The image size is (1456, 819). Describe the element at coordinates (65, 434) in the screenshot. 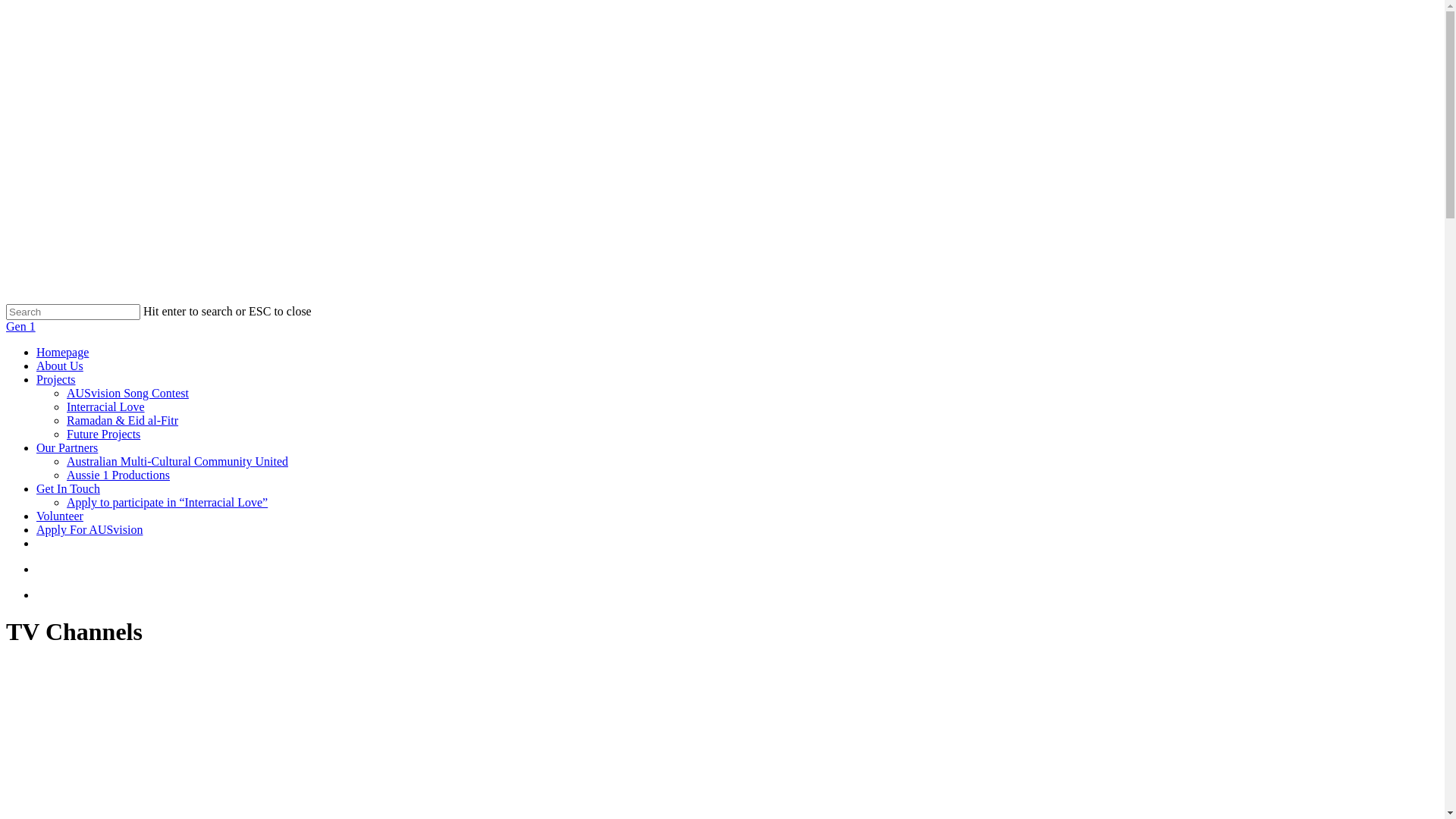

I see `'Future Projects'` at that location.